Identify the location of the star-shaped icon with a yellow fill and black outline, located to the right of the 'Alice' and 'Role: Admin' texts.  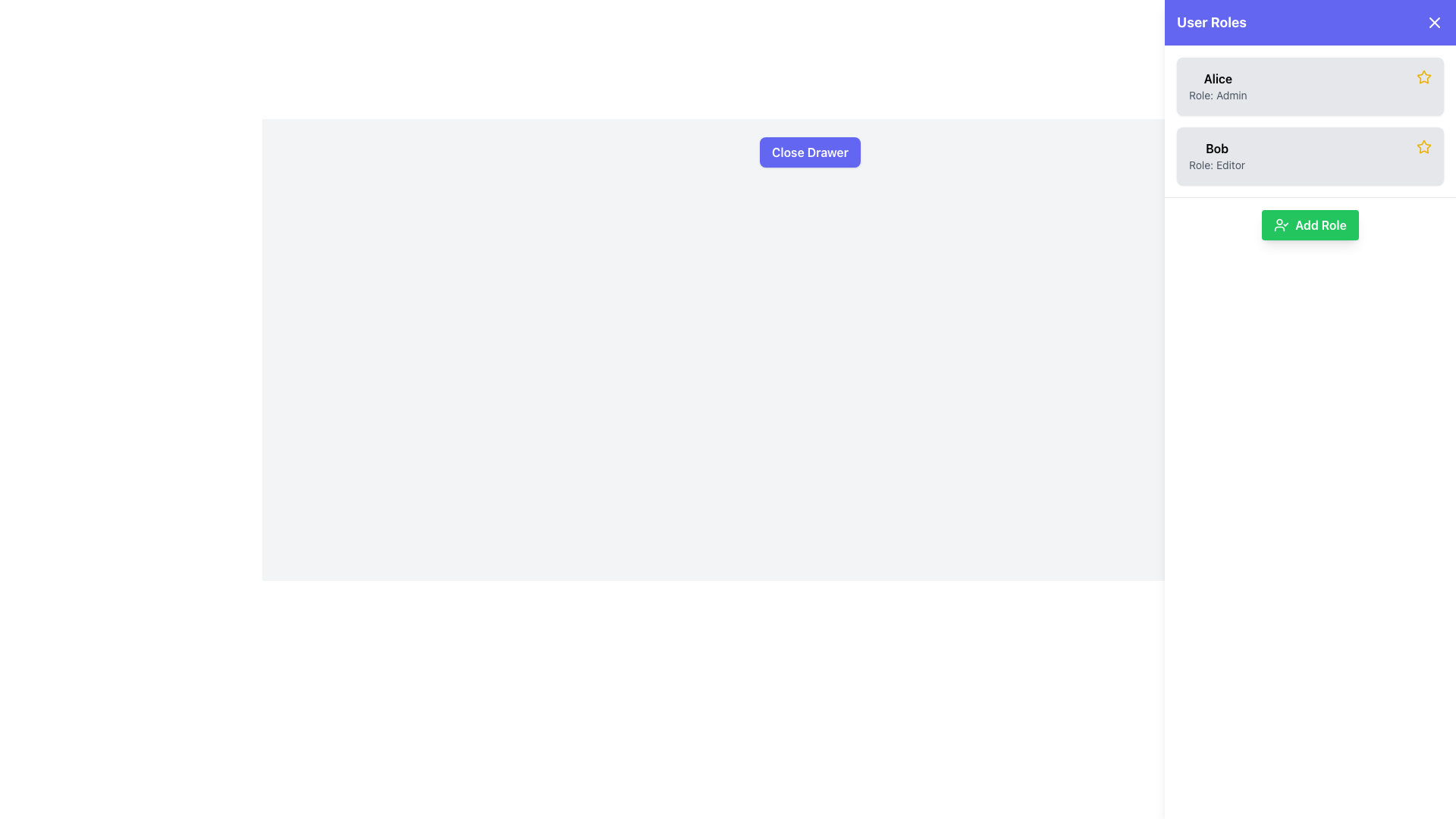
(1423, 77).